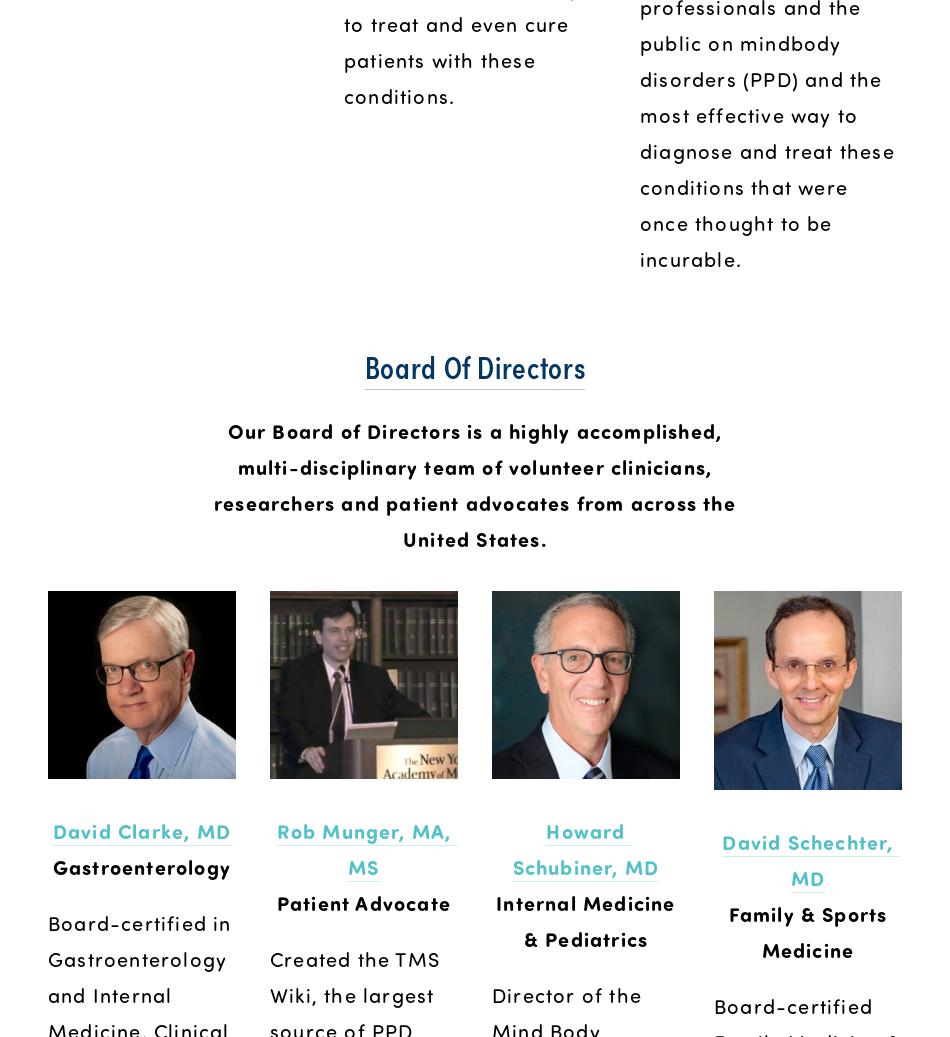 The width and height of the screenshot is (950, 1037). What do you see at coordinates (141, 865) in the screenshot?
I see `'Gastroenterology'` at bounding box center [141, 865].